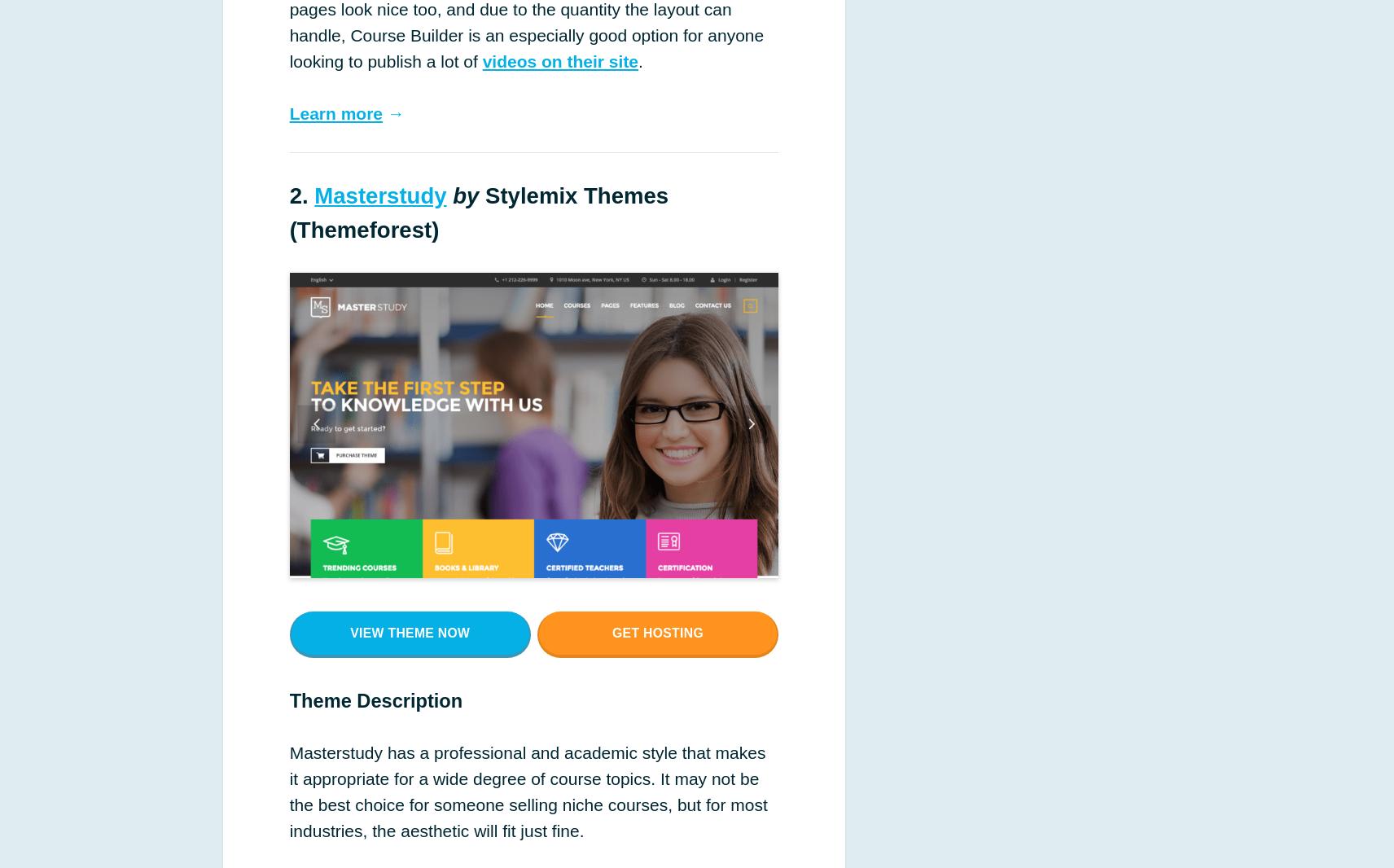  I want to click on '.', so click(640, 60).